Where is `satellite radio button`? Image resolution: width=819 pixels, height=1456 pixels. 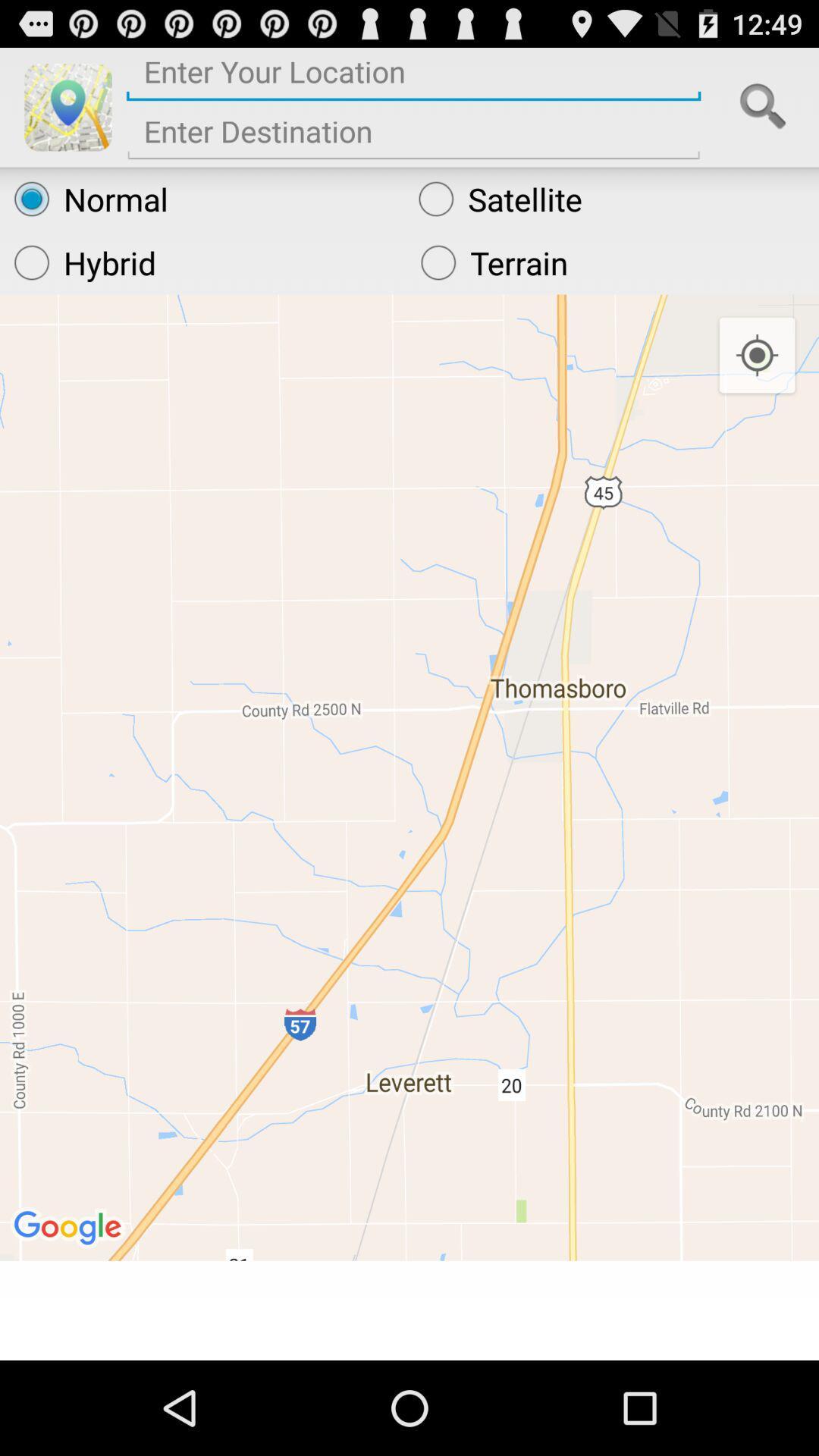
satellite radio button is located at coordinates (610, 198).